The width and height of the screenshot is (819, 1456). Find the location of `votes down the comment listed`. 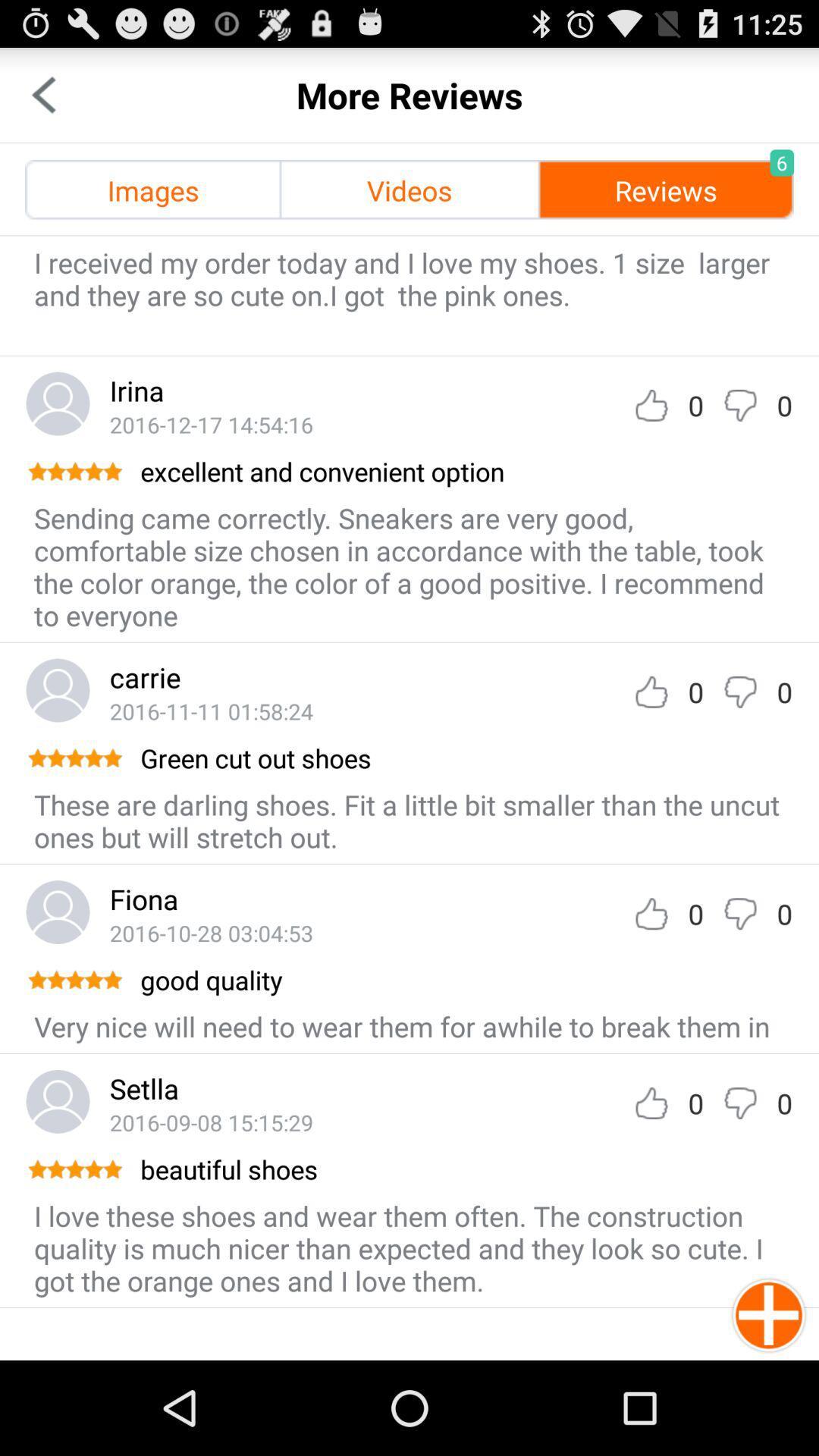

votes down the comment listed is located at coordinates (739, 1103).